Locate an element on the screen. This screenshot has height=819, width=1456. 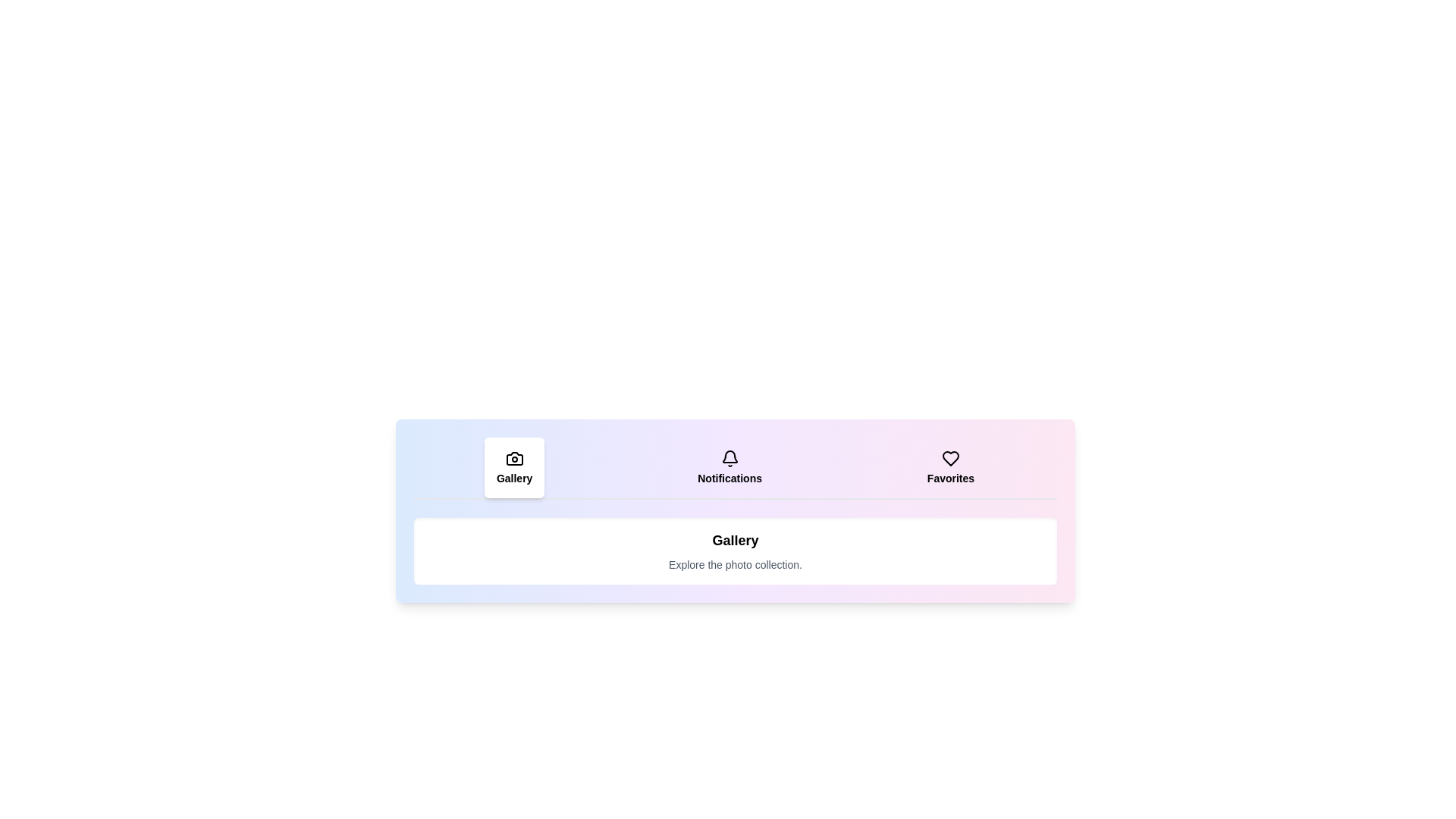
the tab labeled Gallery to view its hover effect is located at coordinates (514, 467).